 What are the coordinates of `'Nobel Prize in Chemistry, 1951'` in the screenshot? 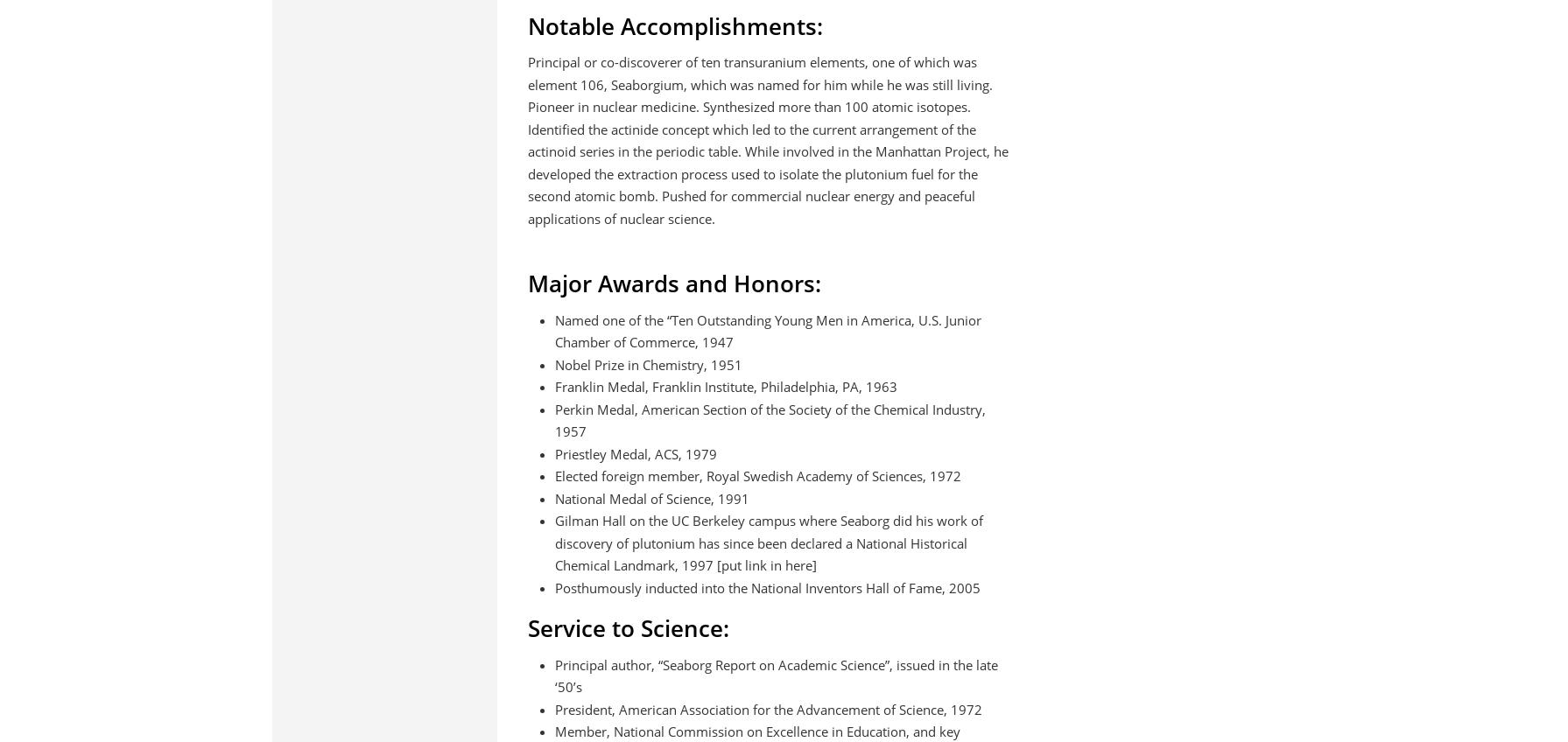 It's located at (553, 364).